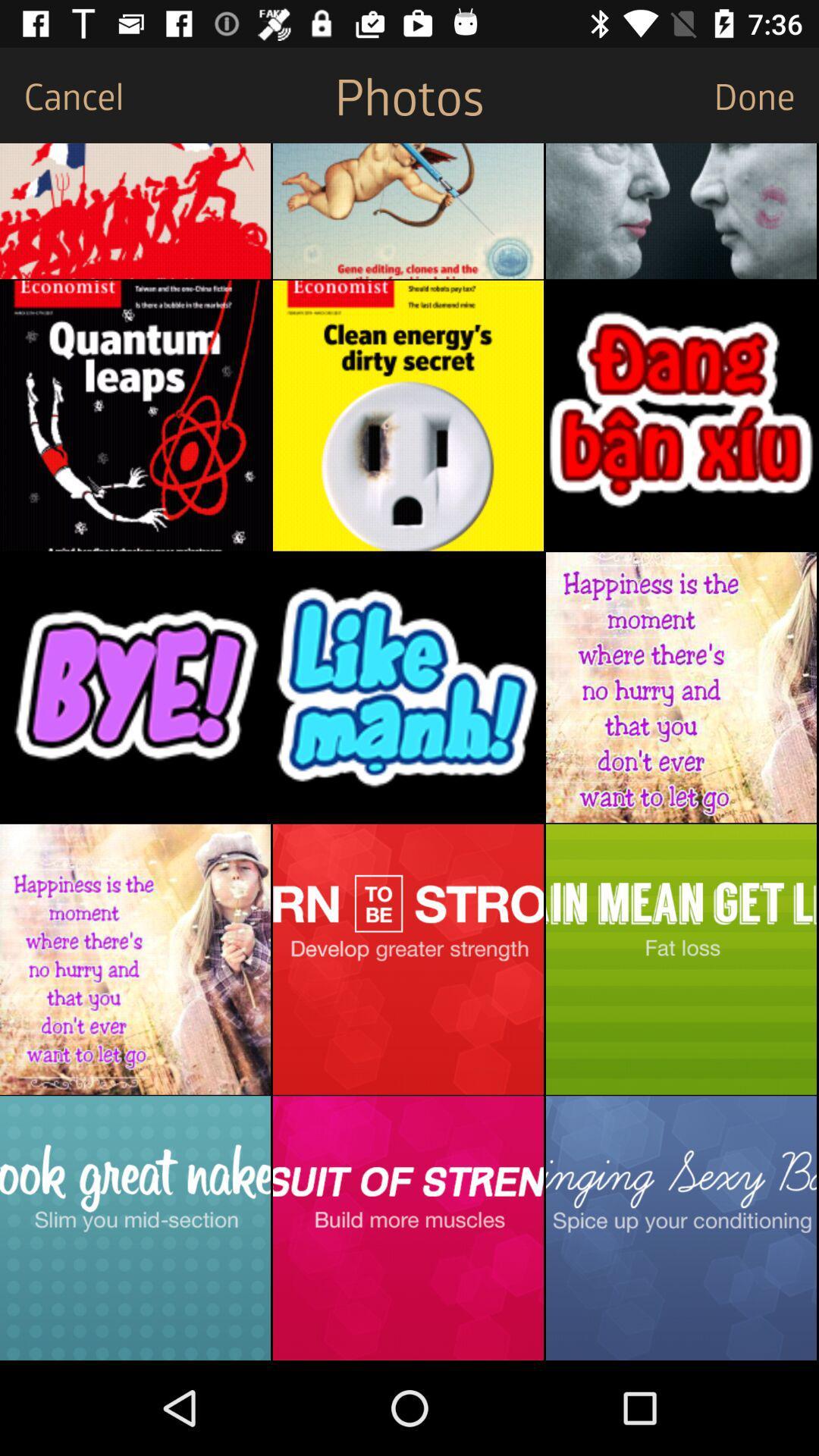 The width and height of the screenshot is (819, 1456). What do you see at coordinates (407, 1228) in the screenshot?
I see `the photo` at bounding box center [407, 1228].